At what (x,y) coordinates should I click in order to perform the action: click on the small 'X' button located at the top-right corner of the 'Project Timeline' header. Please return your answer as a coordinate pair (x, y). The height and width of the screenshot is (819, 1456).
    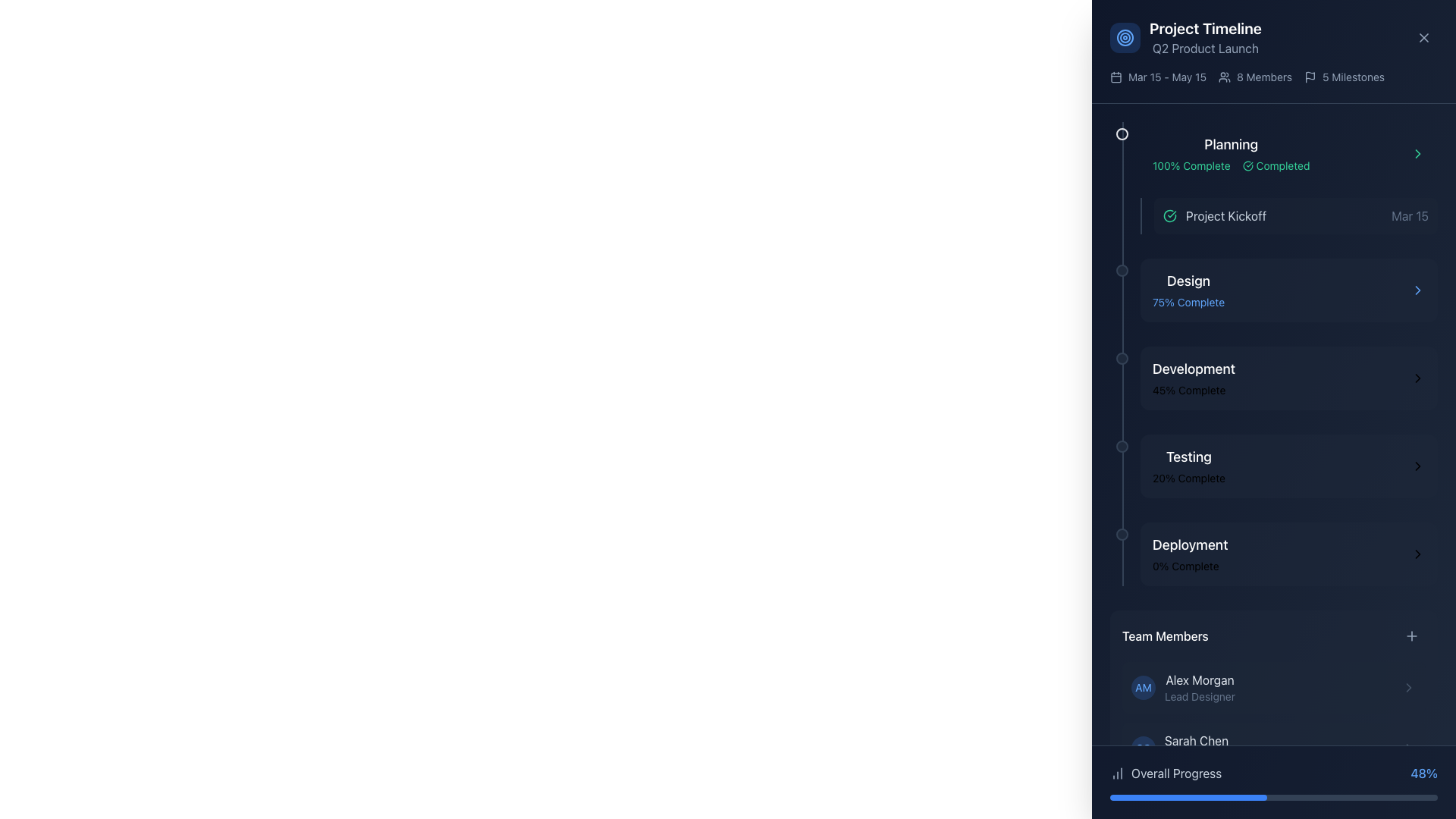
    Looking at the image, I should click on (1423, 37).